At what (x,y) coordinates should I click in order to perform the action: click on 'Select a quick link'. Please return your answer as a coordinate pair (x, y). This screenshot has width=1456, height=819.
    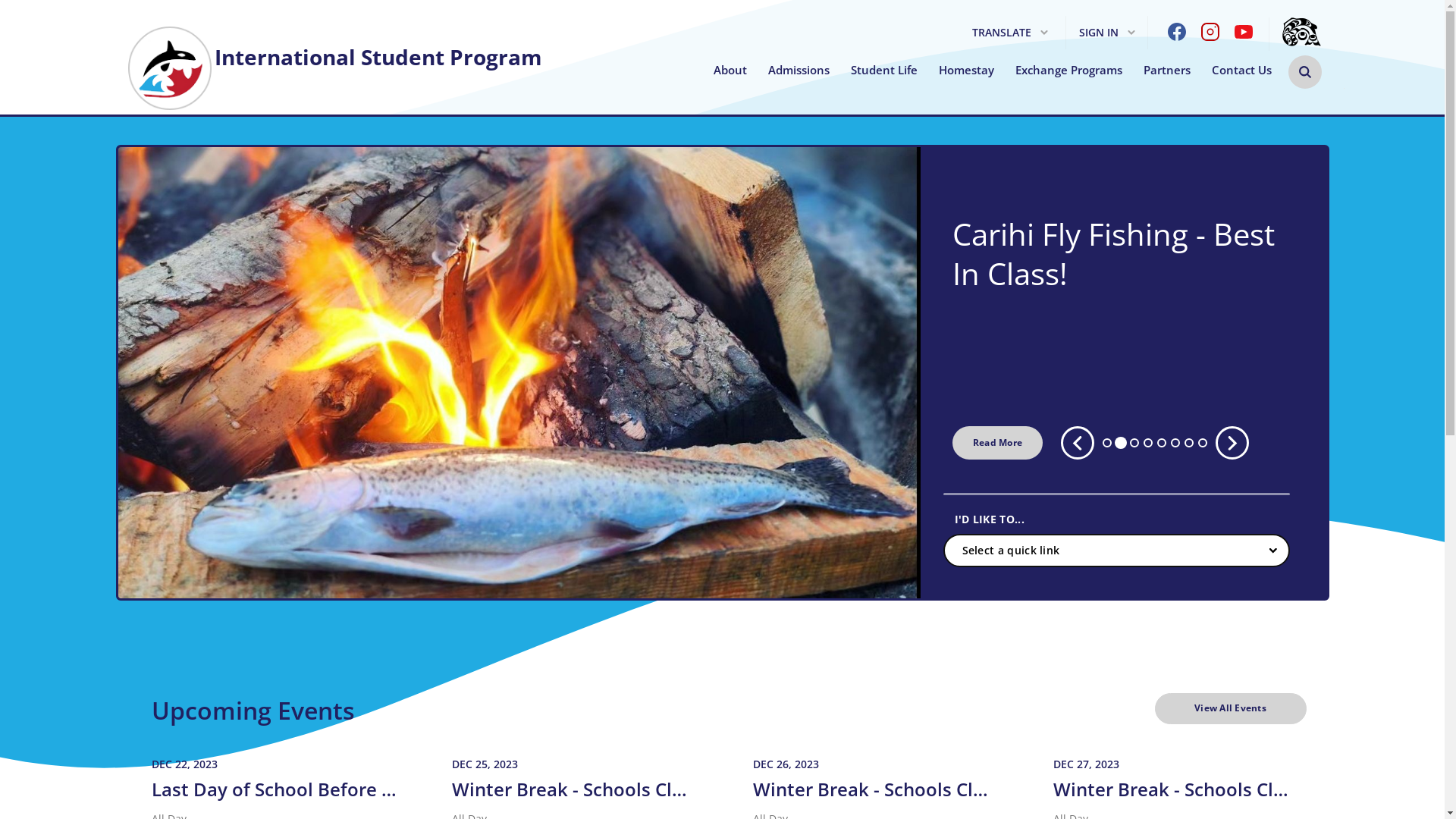
    Looking at the image, I should click on (1116, 550).